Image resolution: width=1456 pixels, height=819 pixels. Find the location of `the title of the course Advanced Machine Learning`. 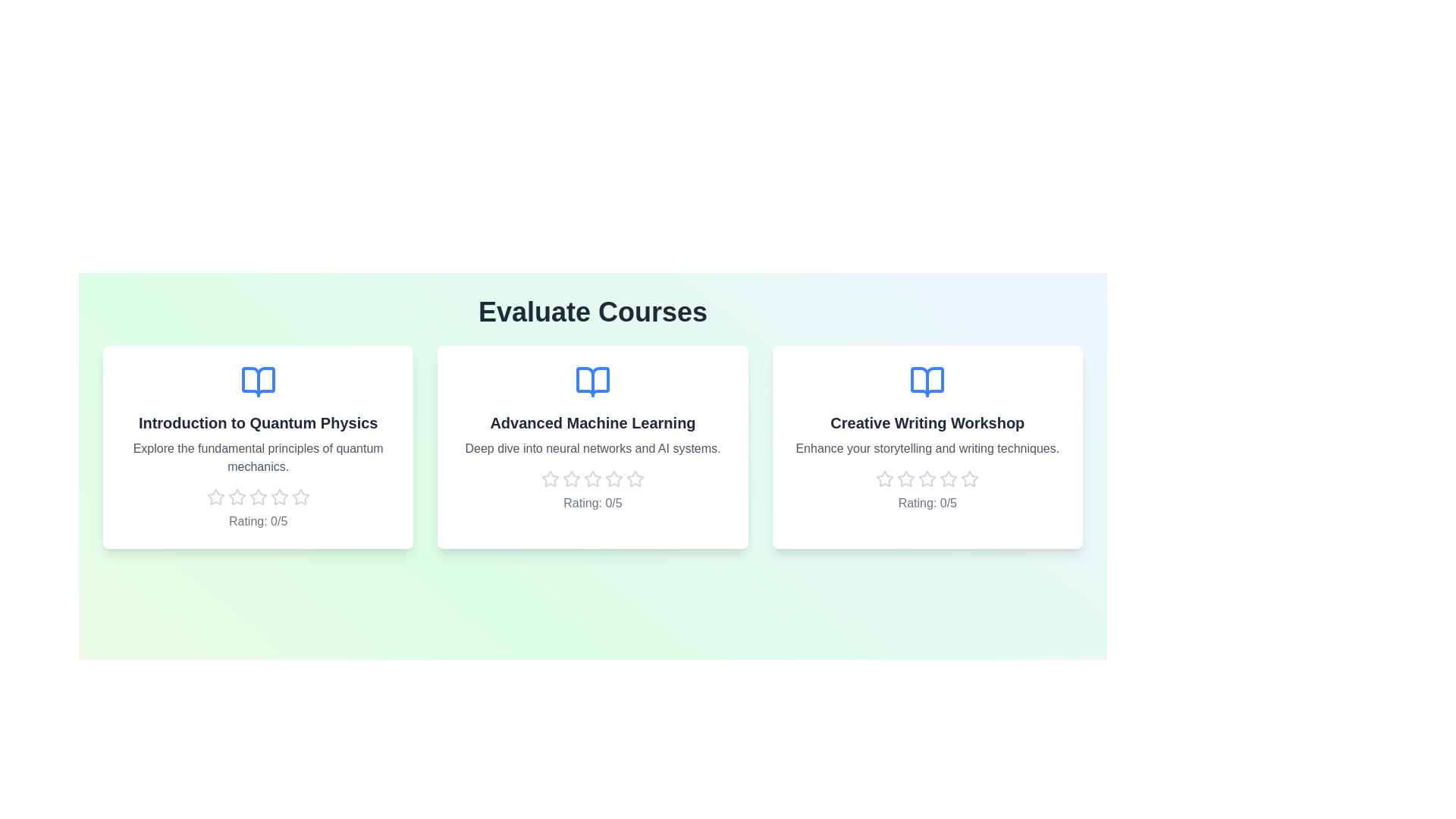

the title of the course Advanced Machine Learning is located at coordinates (592, 423).